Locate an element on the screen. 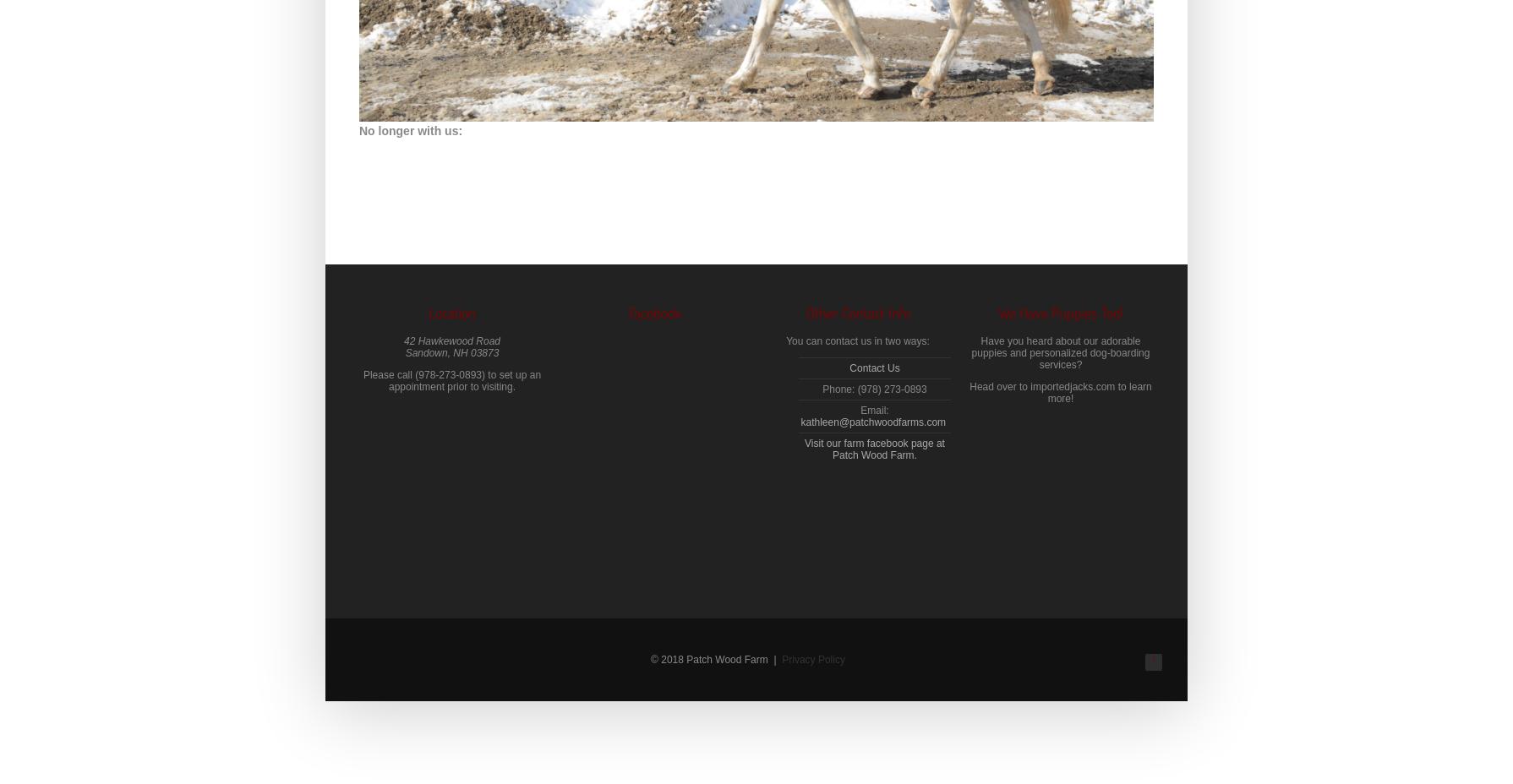 This screenshot has width=1513, height=784. '© 2018 Patch Wood Farm  |' is located at coordinates (650, 659).